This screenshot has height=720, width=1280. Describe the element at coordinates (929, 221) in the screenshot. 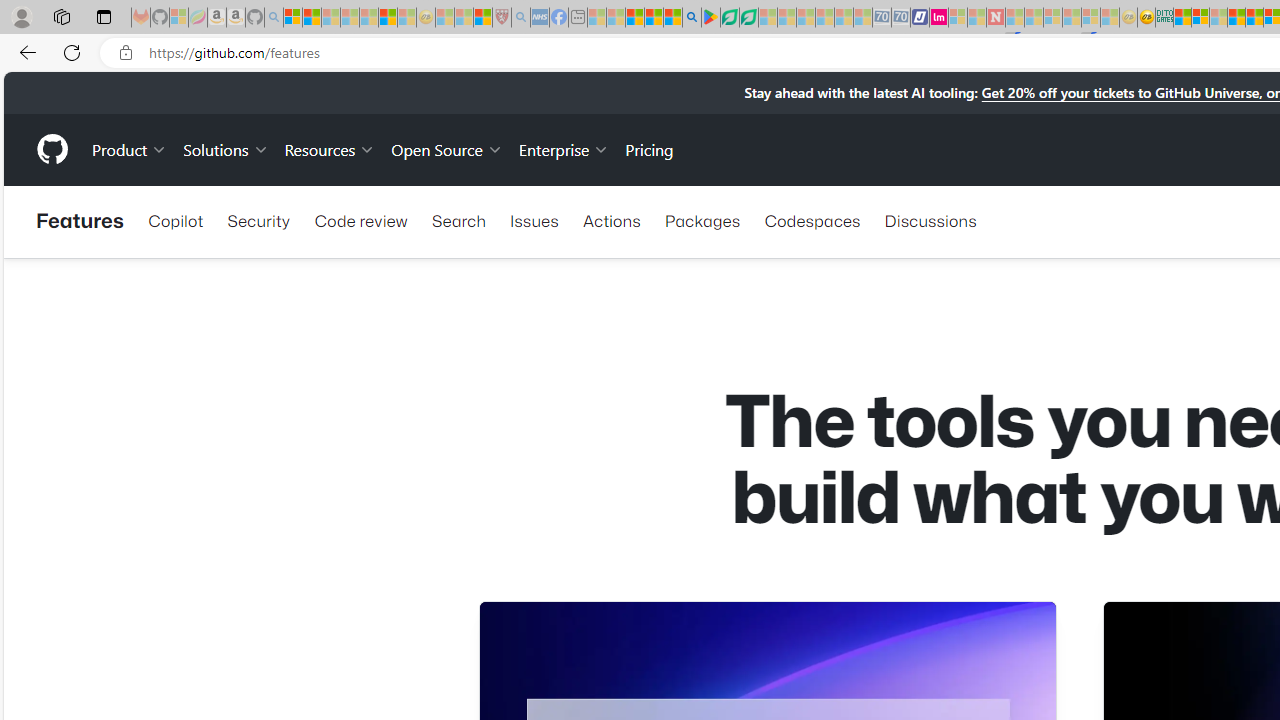

I see `'Discussions'` at that location.